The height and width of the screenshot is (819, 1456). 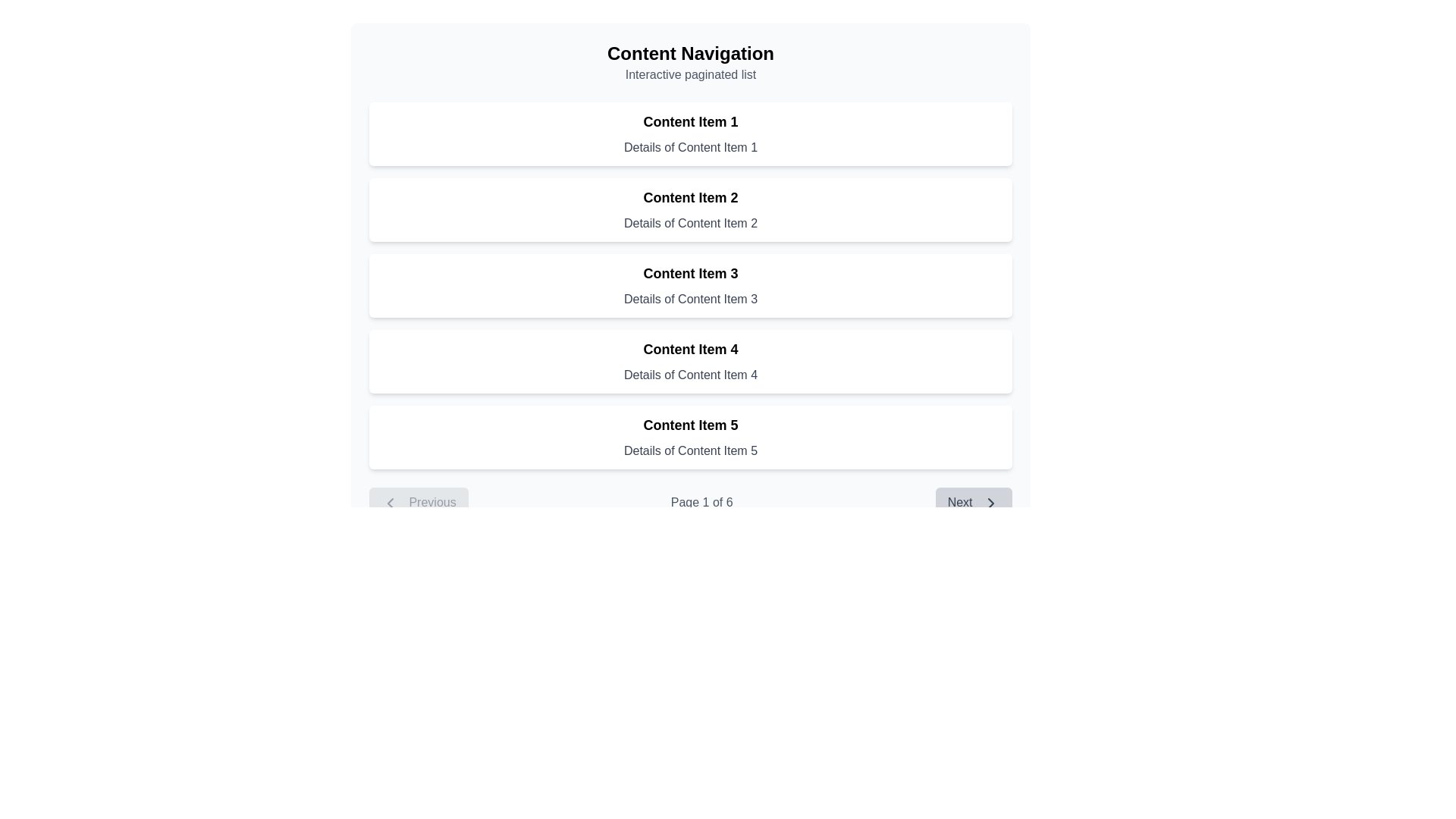 What do you see at coordinates (419, 503) in the screenshot?
I see `the 'Previous' button in the bottom left of the navigation bar` at bounding box center [419, 503].